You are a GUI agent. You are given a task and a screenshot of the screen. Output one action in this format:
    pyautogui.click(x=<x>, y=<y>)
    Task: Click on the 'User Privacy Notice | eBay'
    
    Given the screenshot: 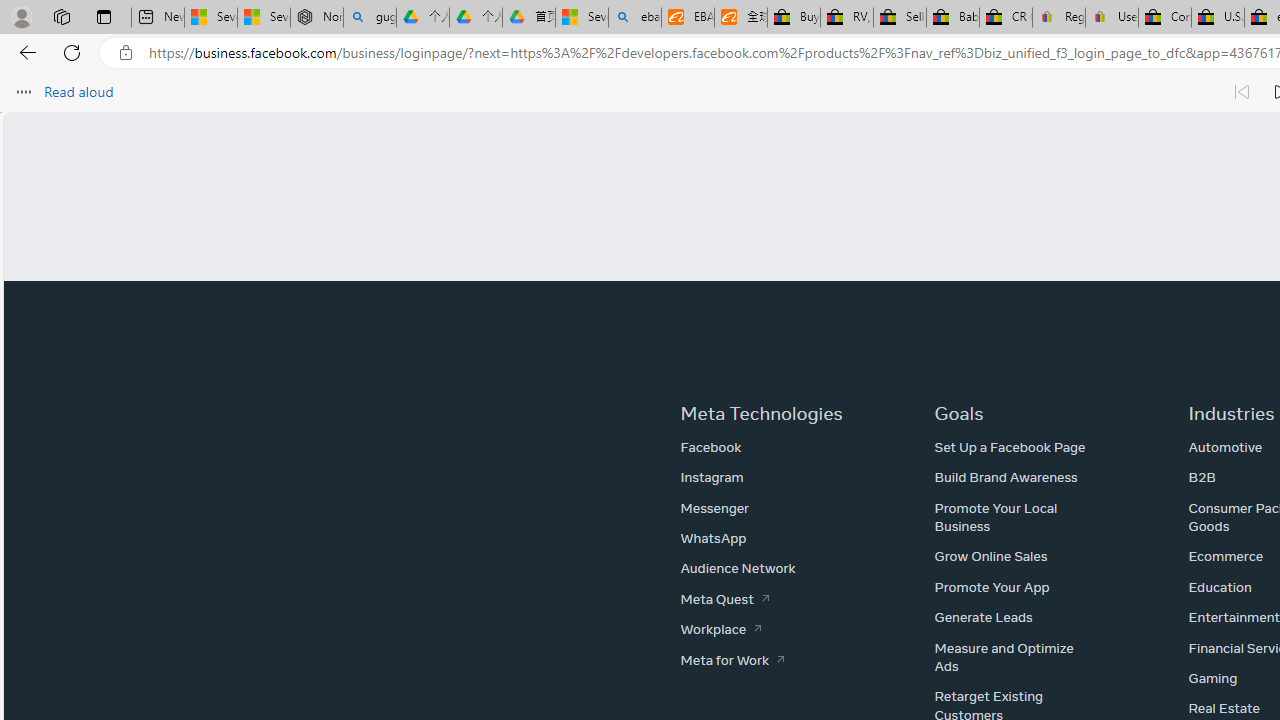 What is the action you would take?
    pyautogui.click(x=1110, y=17)
    